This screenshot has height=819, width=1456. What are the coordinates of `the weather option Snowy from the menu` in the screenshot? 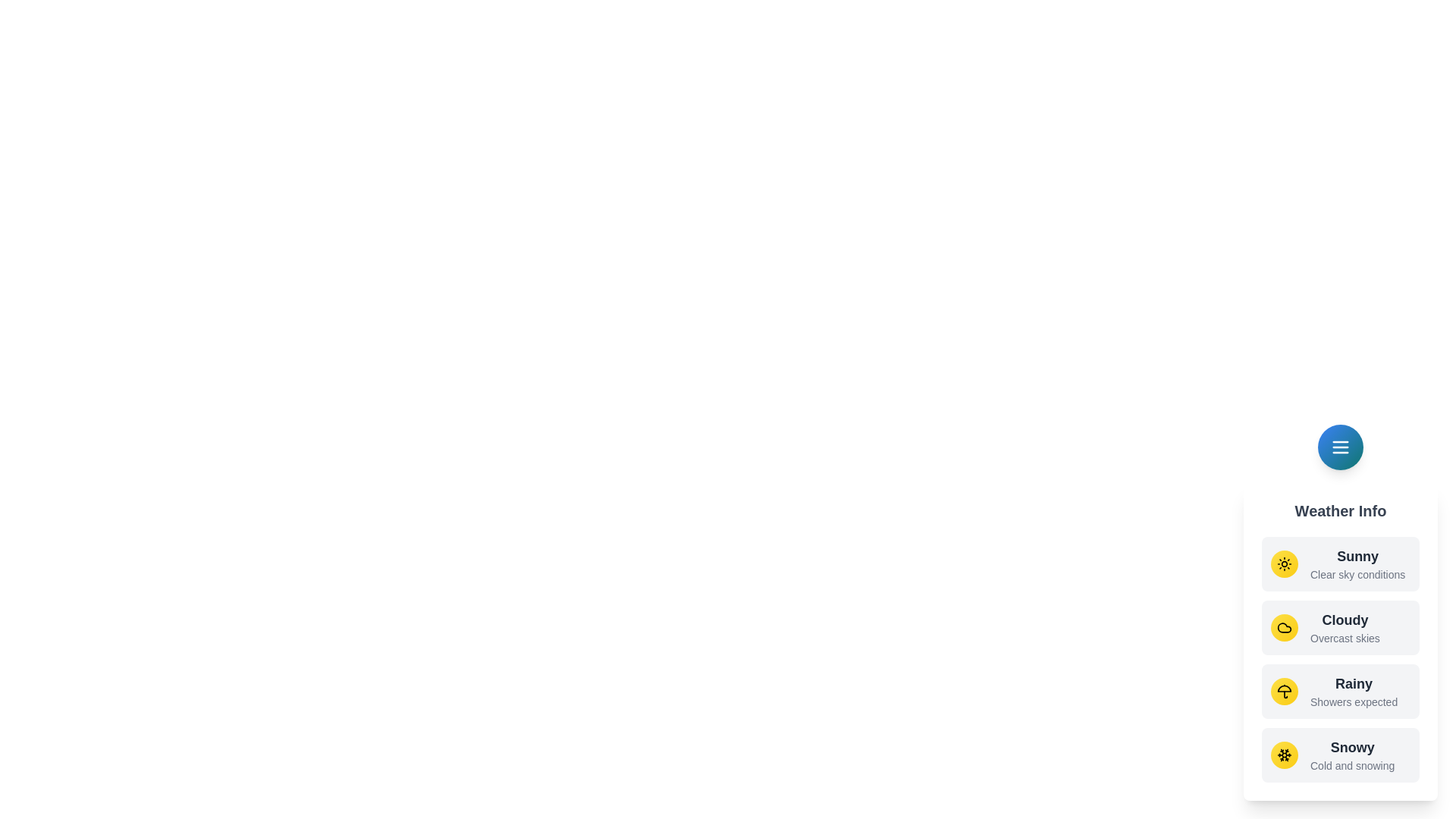 It's located at (1340, 755).